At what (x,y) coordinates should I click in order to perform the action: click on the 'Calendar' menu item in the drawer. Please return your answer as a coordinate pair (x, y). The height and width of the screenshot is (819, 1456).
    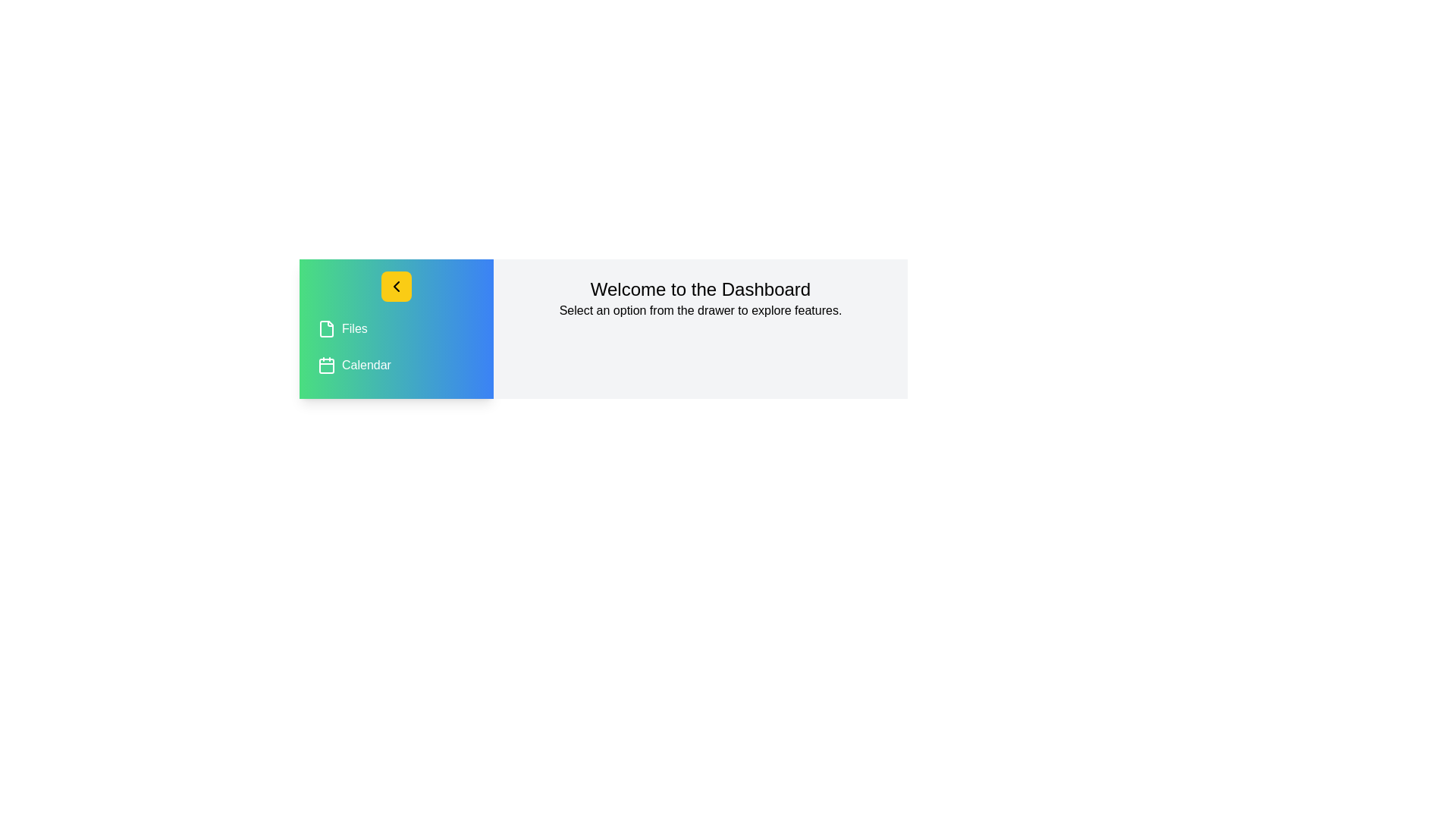
    Looking at the image, I should click on (397, 366).